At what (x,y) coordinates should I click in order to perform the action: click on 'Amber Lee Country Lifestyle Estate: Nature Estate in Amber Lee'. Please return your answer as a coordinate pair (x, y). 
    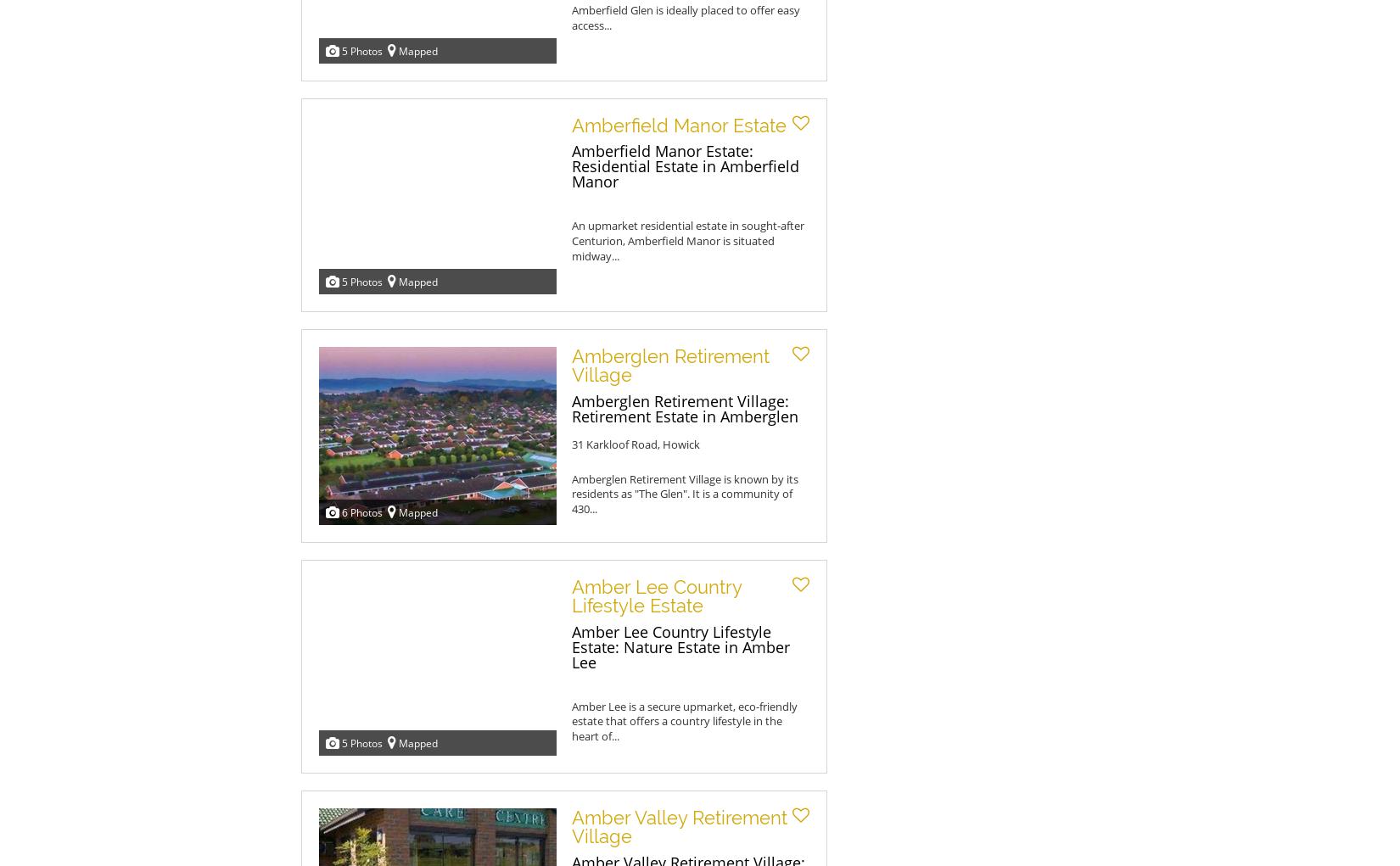
    Looking at the image, I should click on (680, 645).